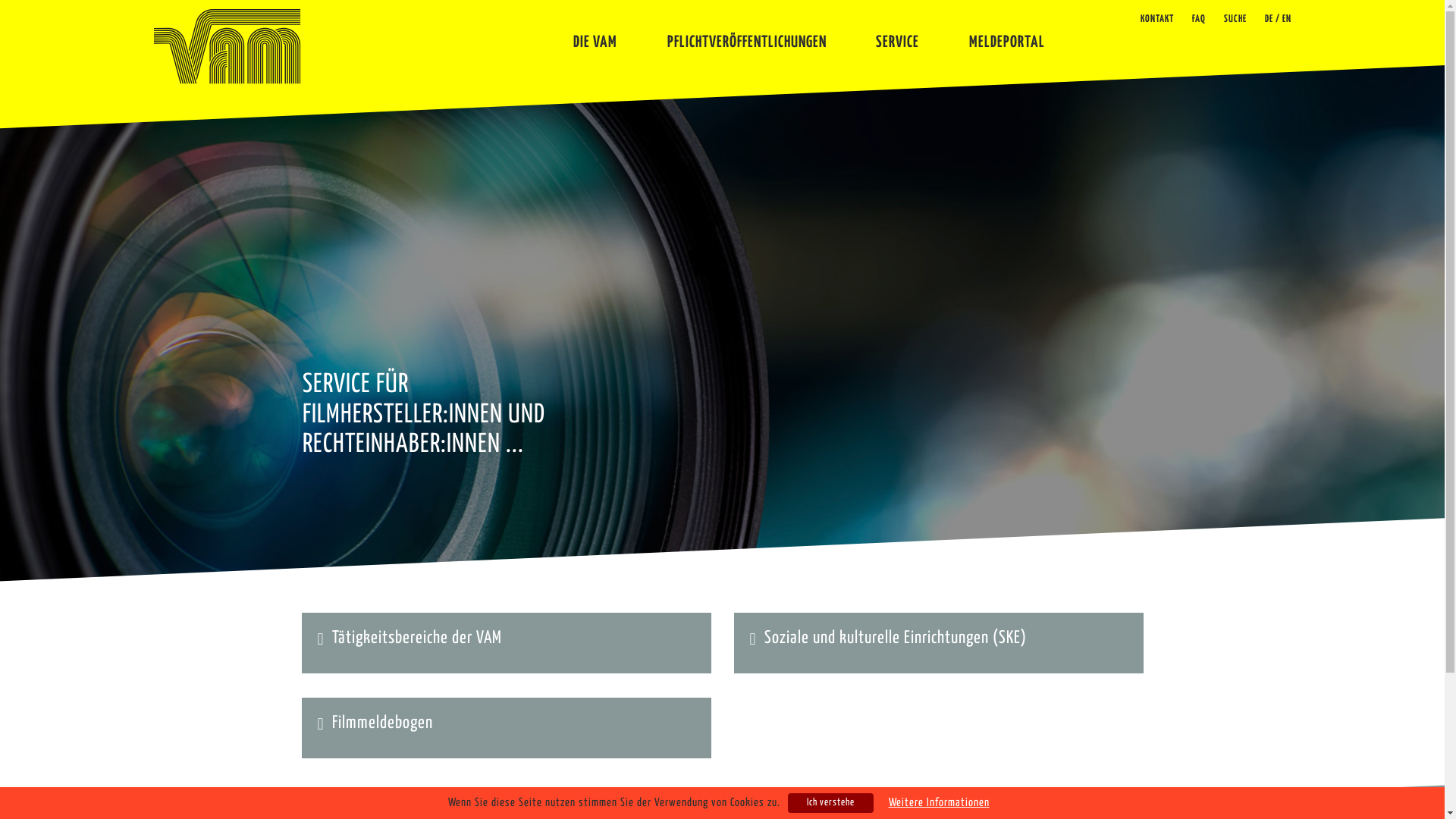 The height and width of the screenshot is (819, 1456). Describe the element at coordinates (1156, 19) in the screenshot. I see `'KONTAKT'` at that location.